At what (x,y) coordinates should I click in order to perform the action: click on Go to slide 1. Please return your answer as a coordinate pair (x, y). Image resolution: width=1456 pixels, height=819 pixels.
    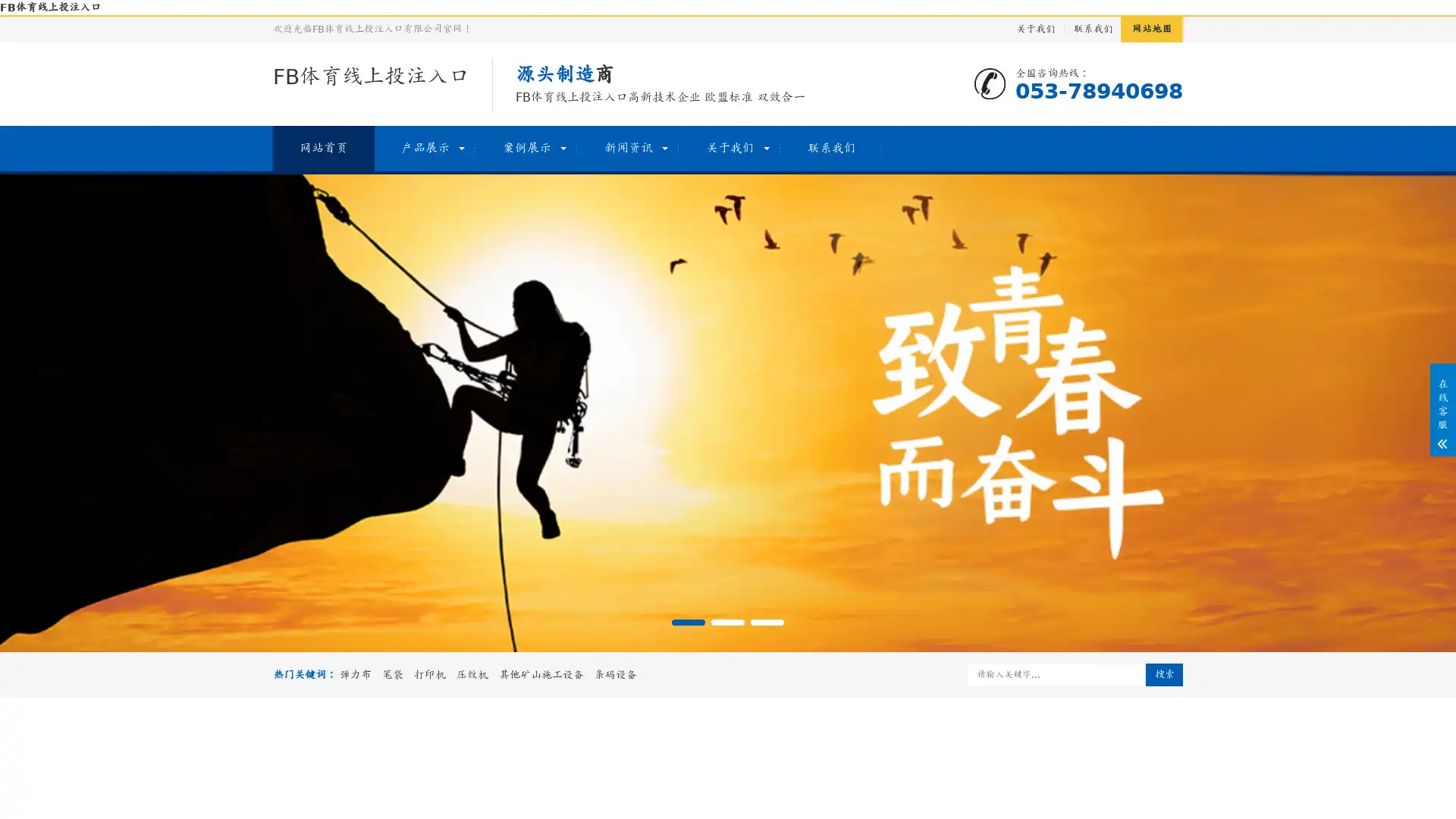
    Looking at the image, I should click on (687, 623).